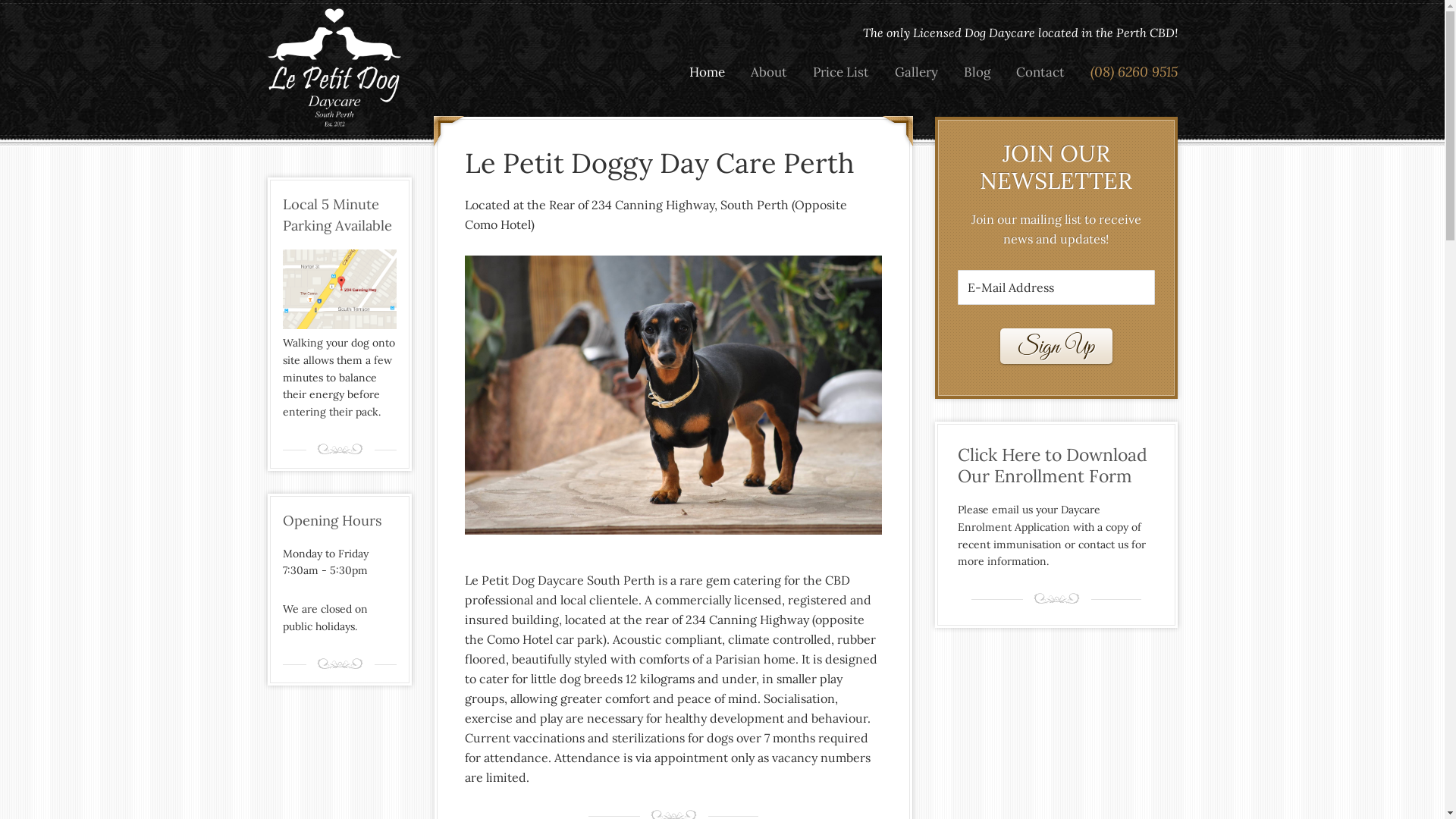  Describe the element at coordinates (334, 67) in the screenshot. I see `'Le Petit Dog'` at that location.